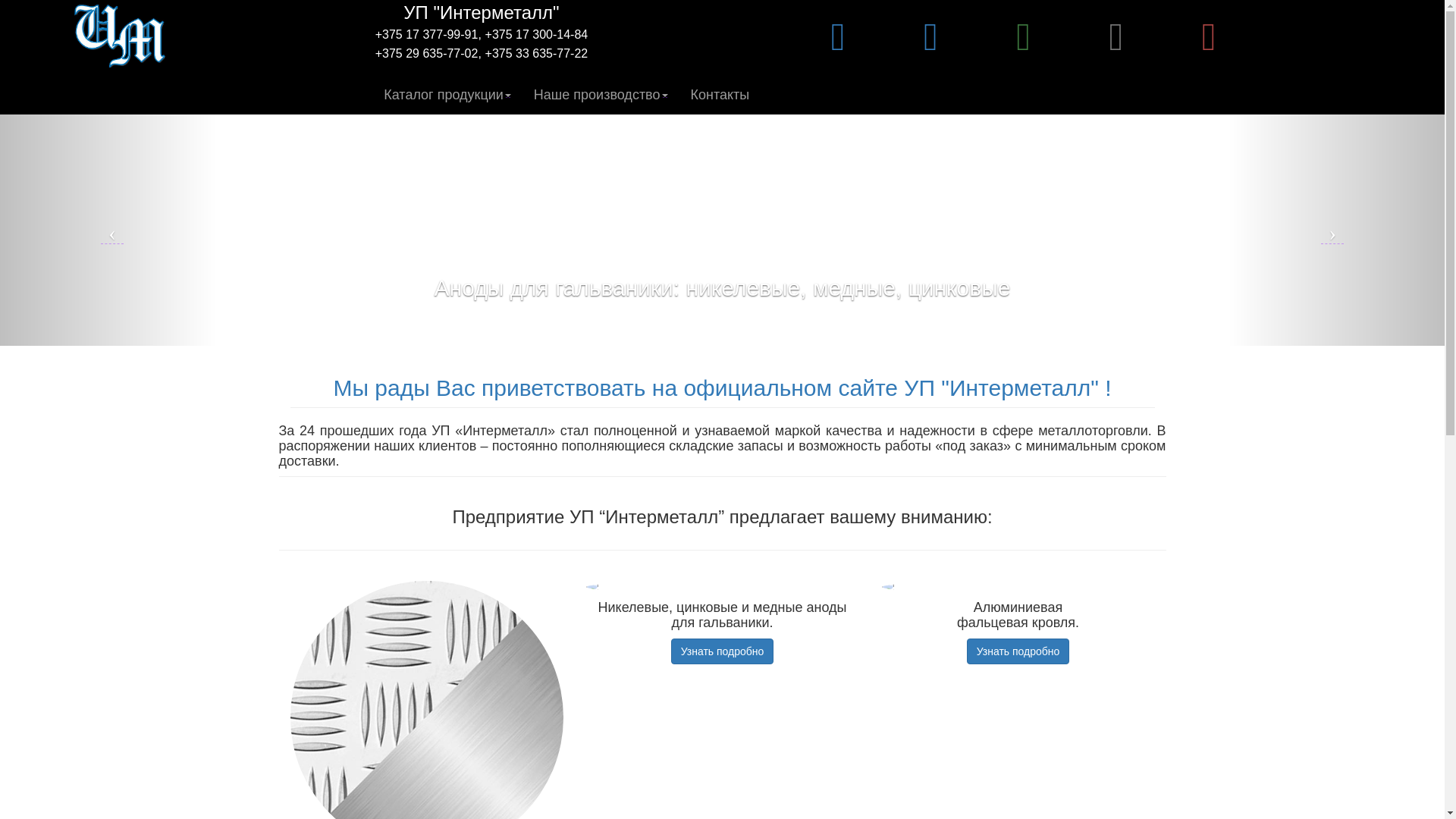  I want to click on '+375 29 635-77-02,', so click(428, 52).